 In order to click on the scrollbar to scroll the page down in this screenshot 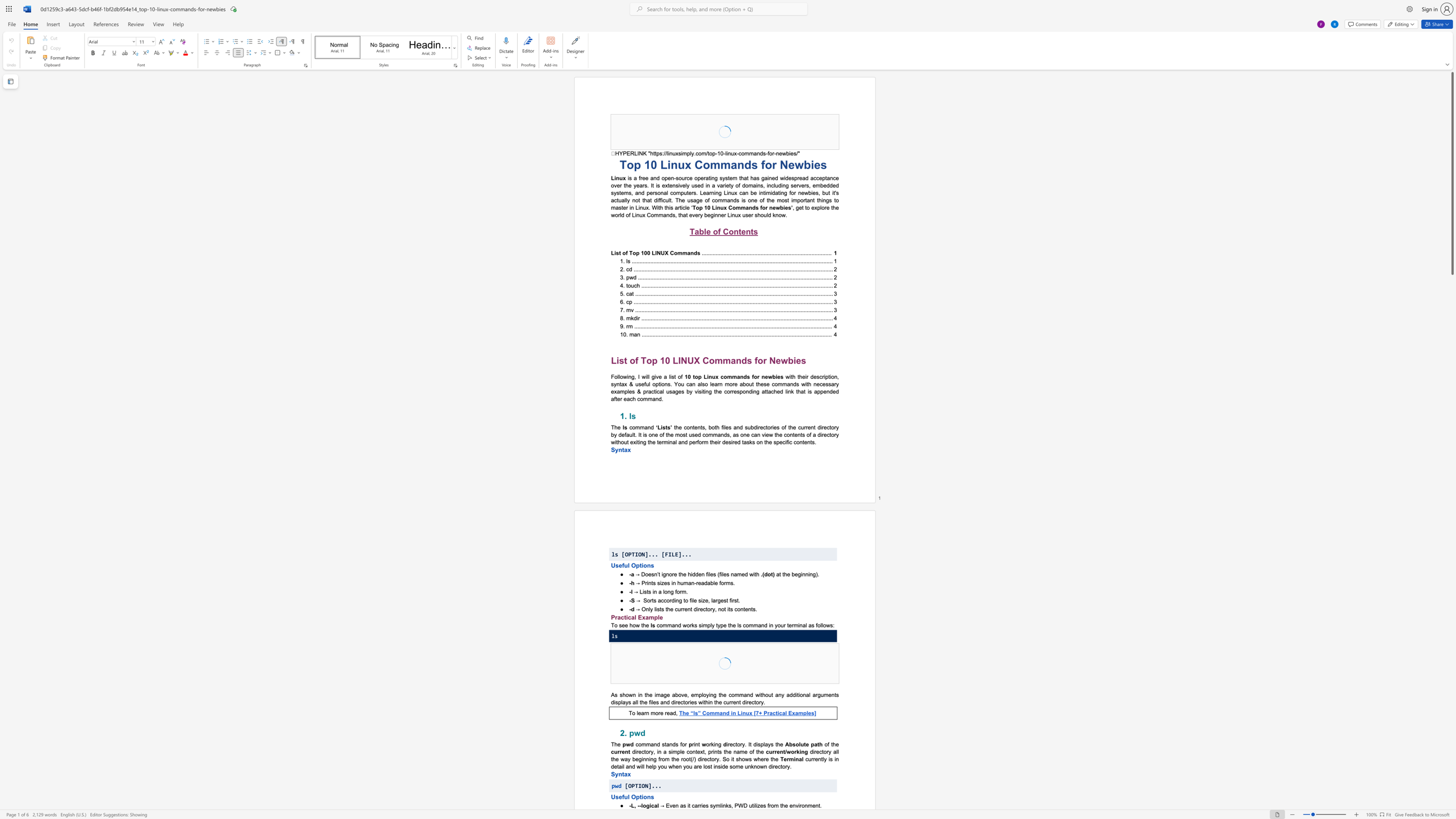, I will do `click(1451, 557)`.